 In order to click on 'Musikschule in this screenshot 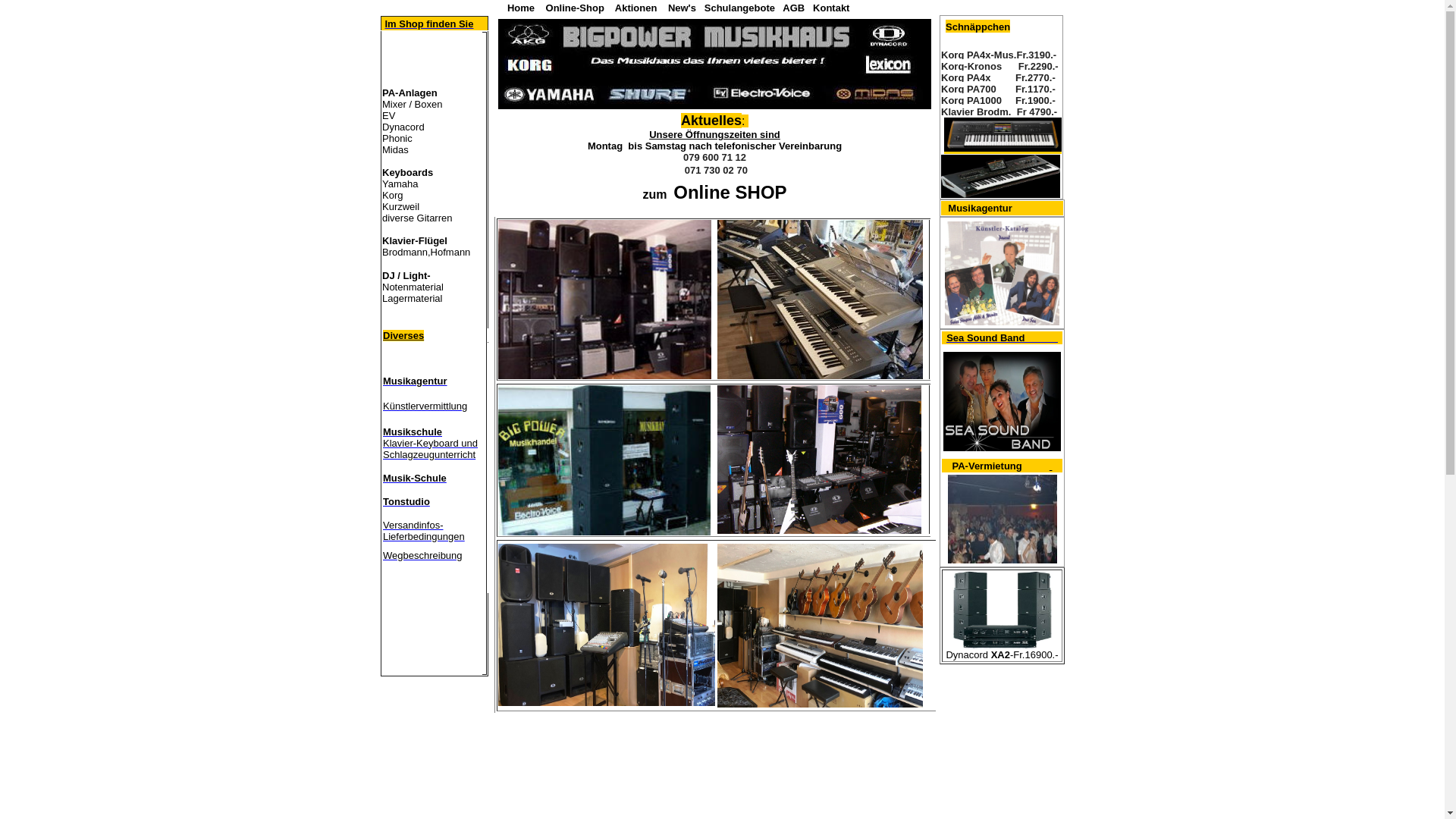, I will do `click(429, 443)`.